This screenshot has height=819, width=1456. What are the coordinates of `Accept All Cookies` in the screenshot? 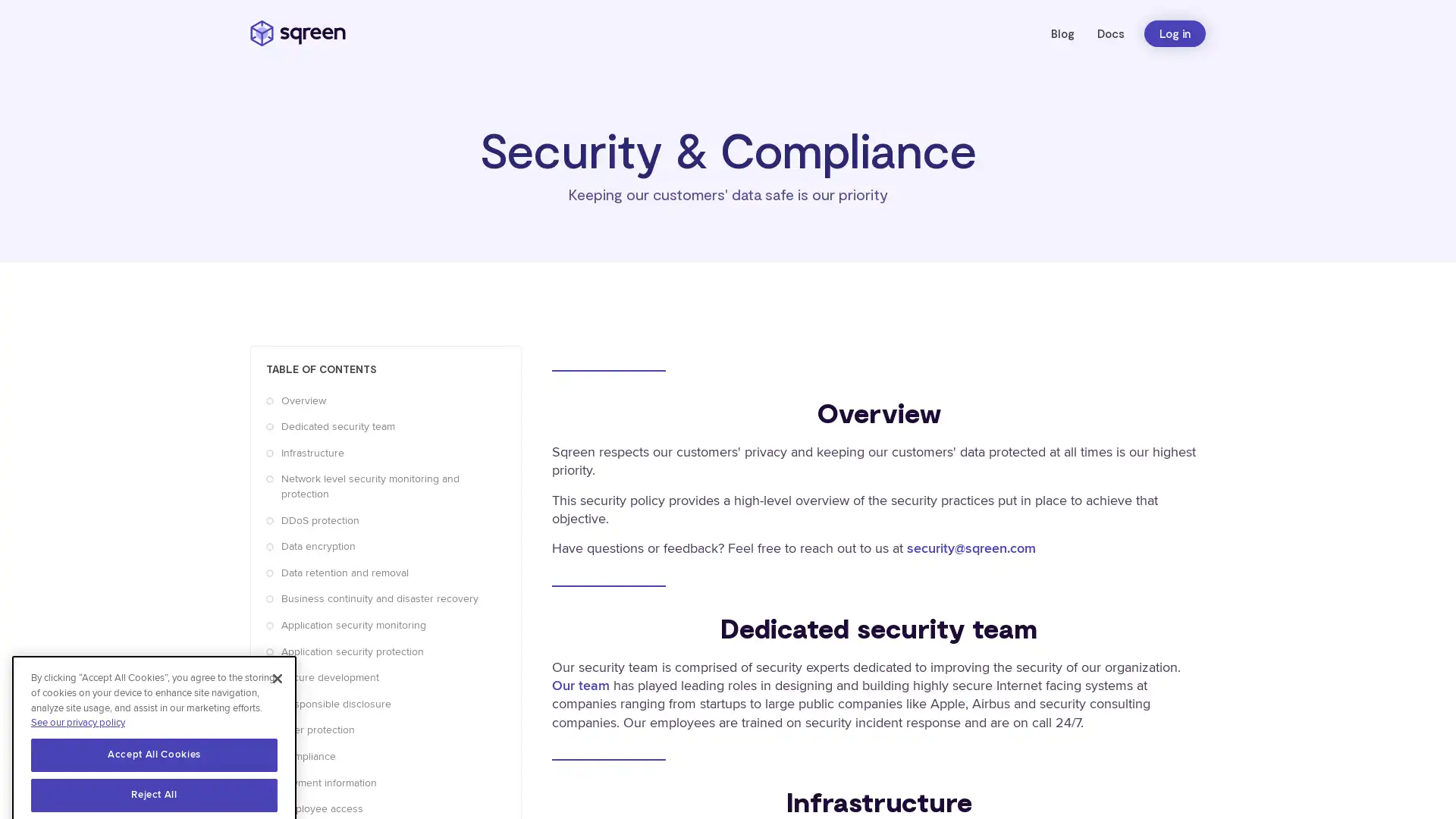 It's located at (154, 721).